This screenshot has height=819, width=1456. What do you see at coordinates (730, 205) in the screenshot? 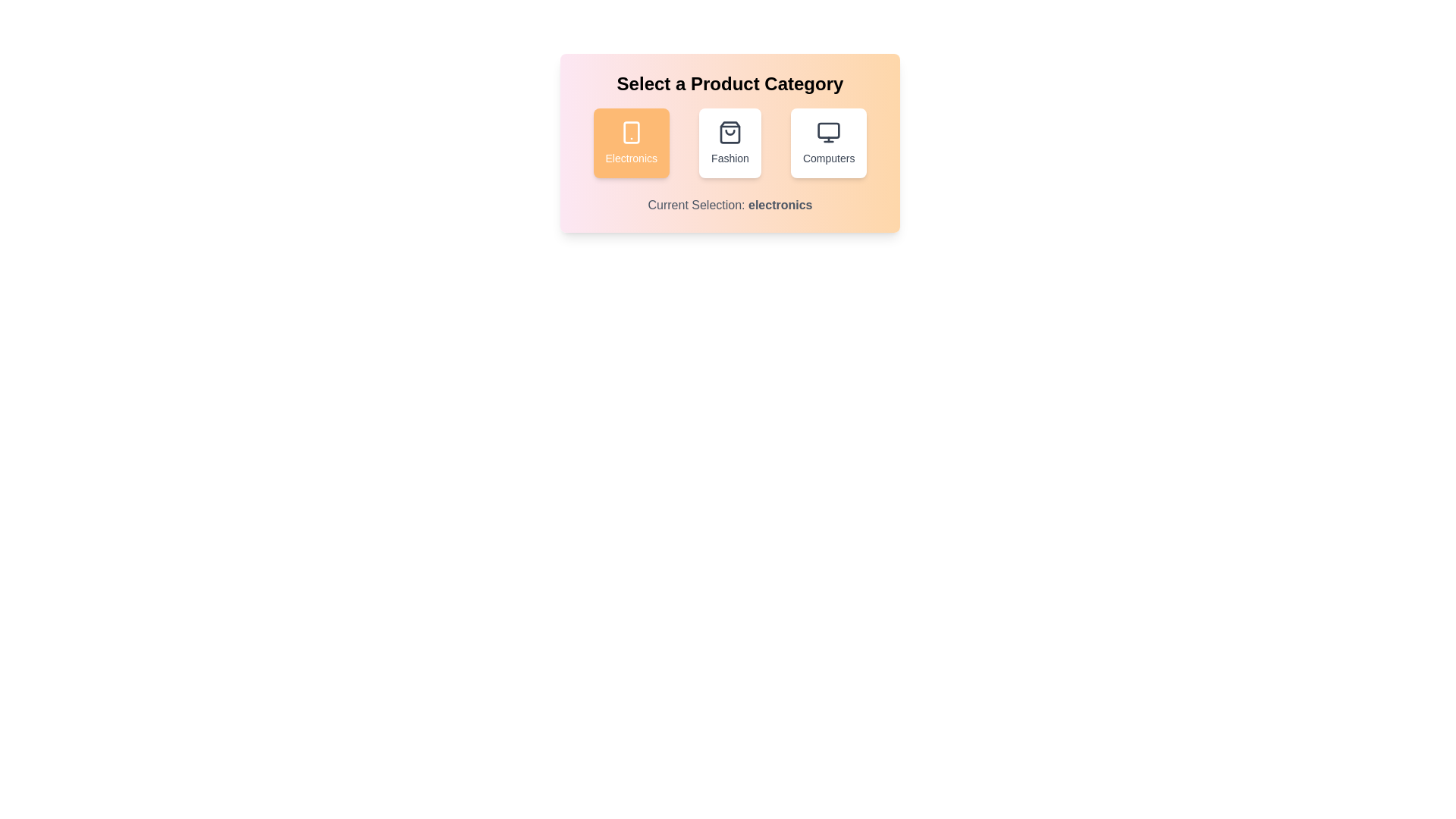
I see `the text 'Current Selection: electronics' for inspection or copying` at bounding box center [730, 205].